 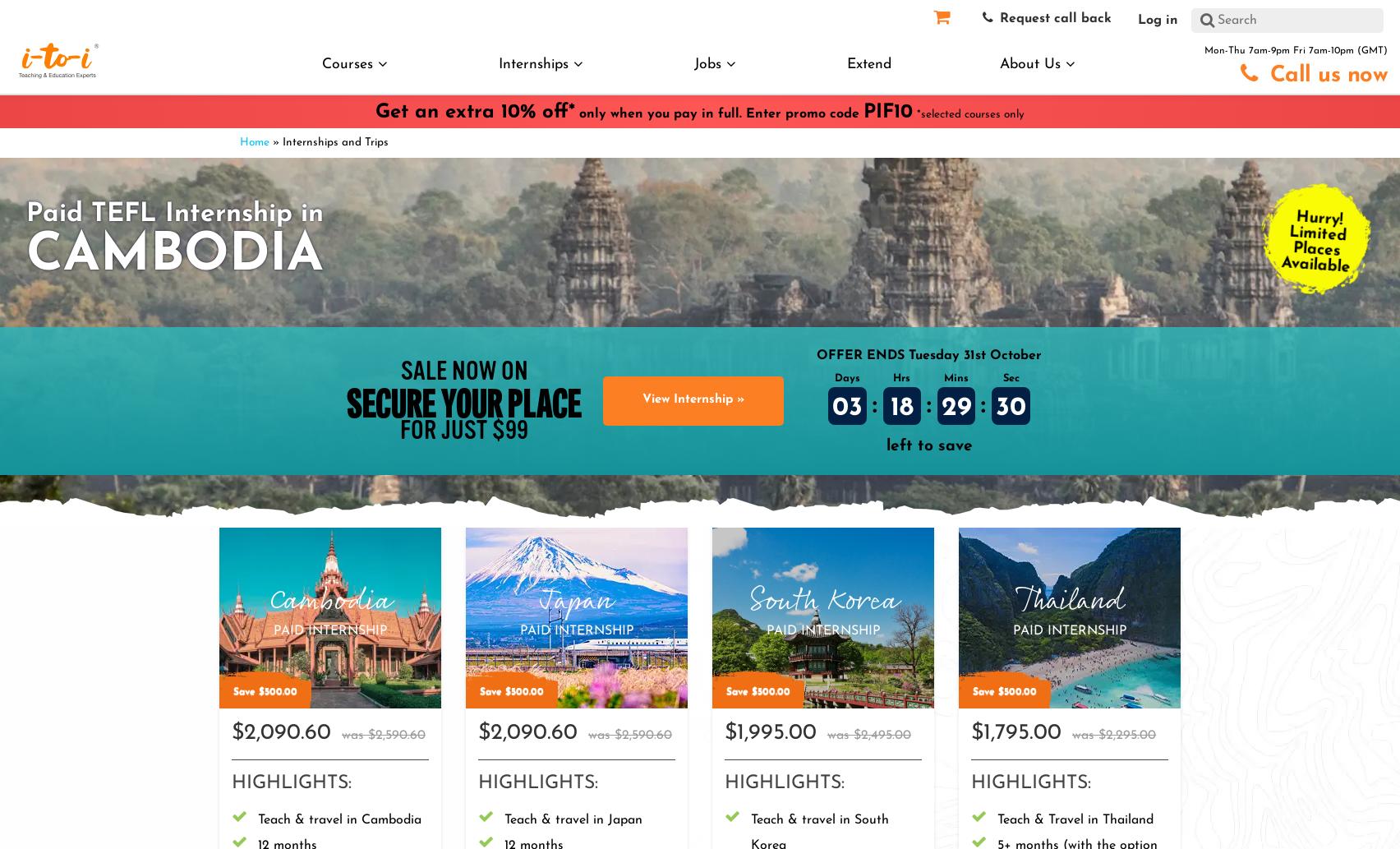 What do you see at coordinates (869, 734) in the screenshot?
I see `'was $2,495.00'` at bounding box center [869, 734].